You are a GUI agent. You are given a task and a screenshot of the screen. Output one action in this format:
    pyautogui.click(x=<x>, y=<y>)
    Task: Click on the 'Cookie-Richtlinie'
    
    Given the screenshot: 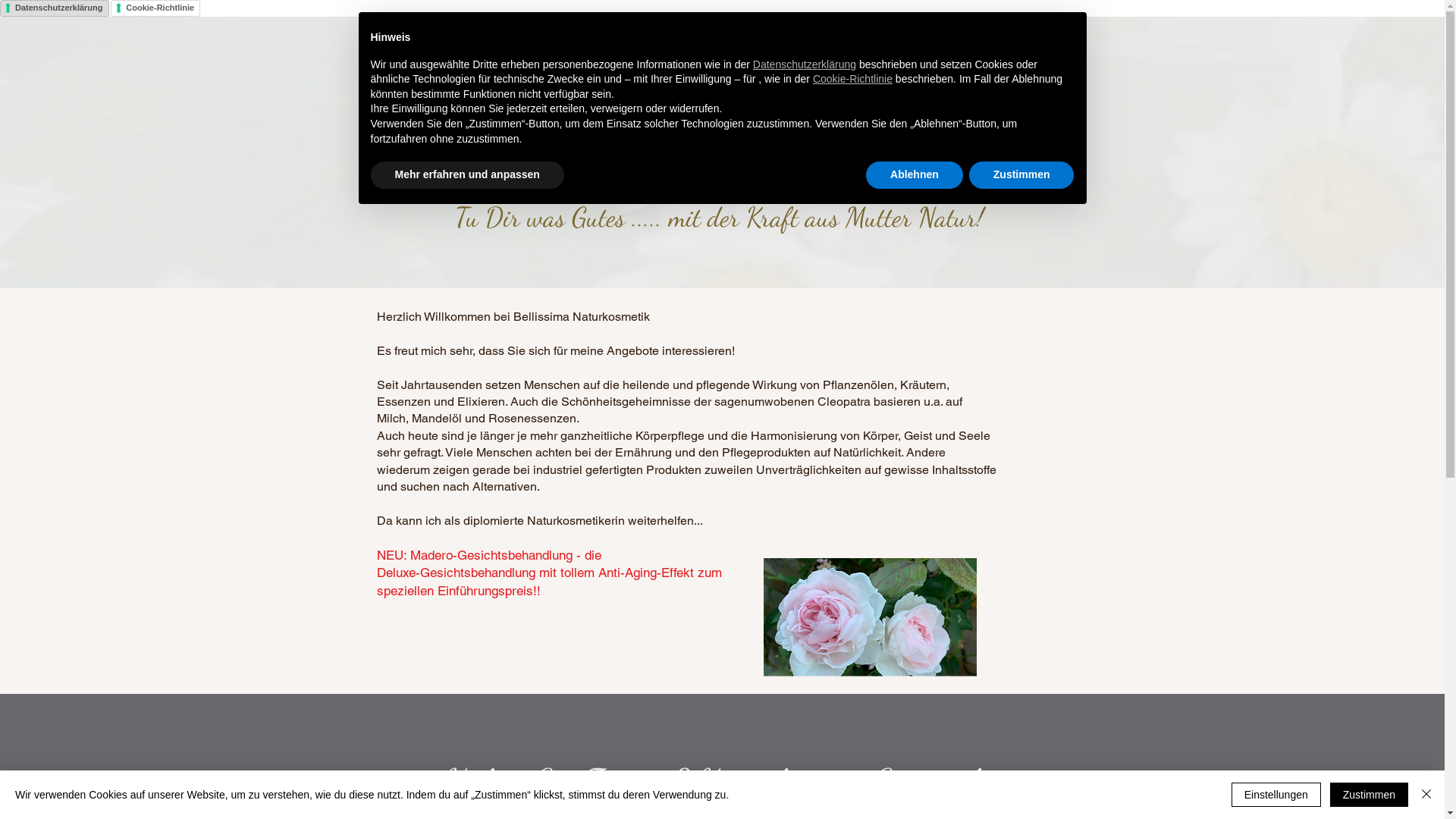 What is the action you would take?
    pyautogui.click(x=155, y=8)
    